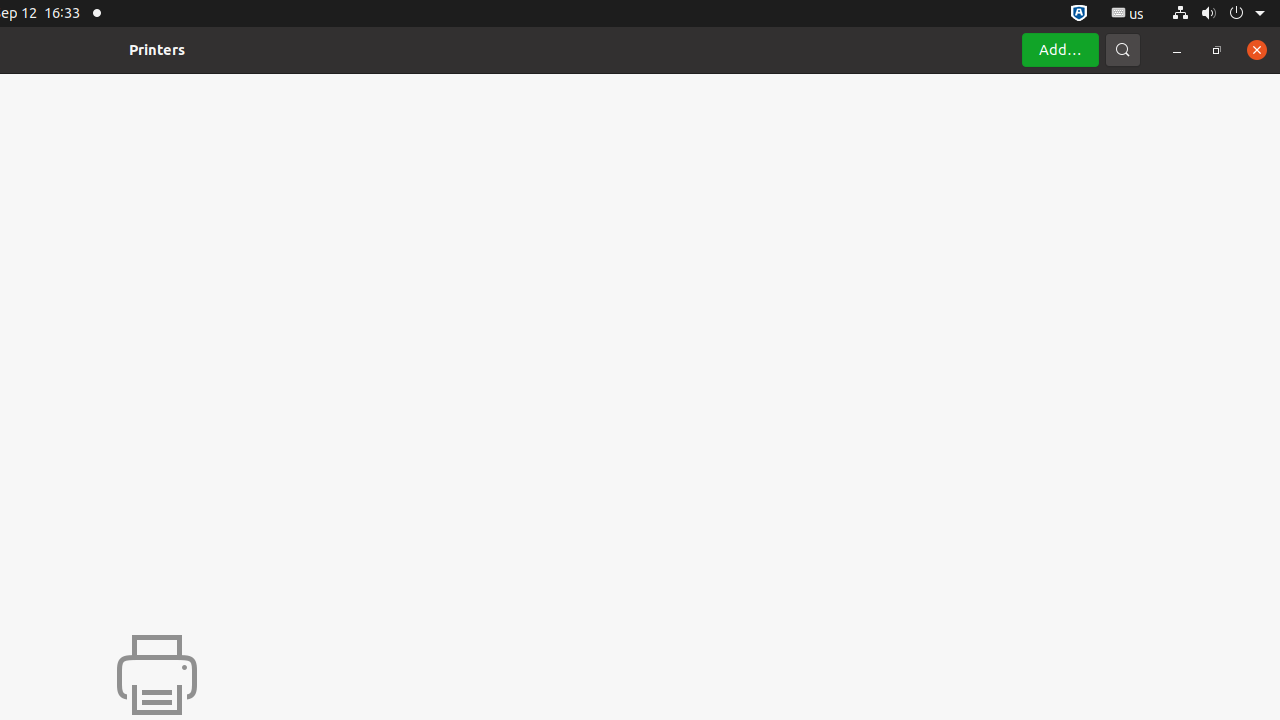  I want to click on 'Restore', so click(1216, 48).